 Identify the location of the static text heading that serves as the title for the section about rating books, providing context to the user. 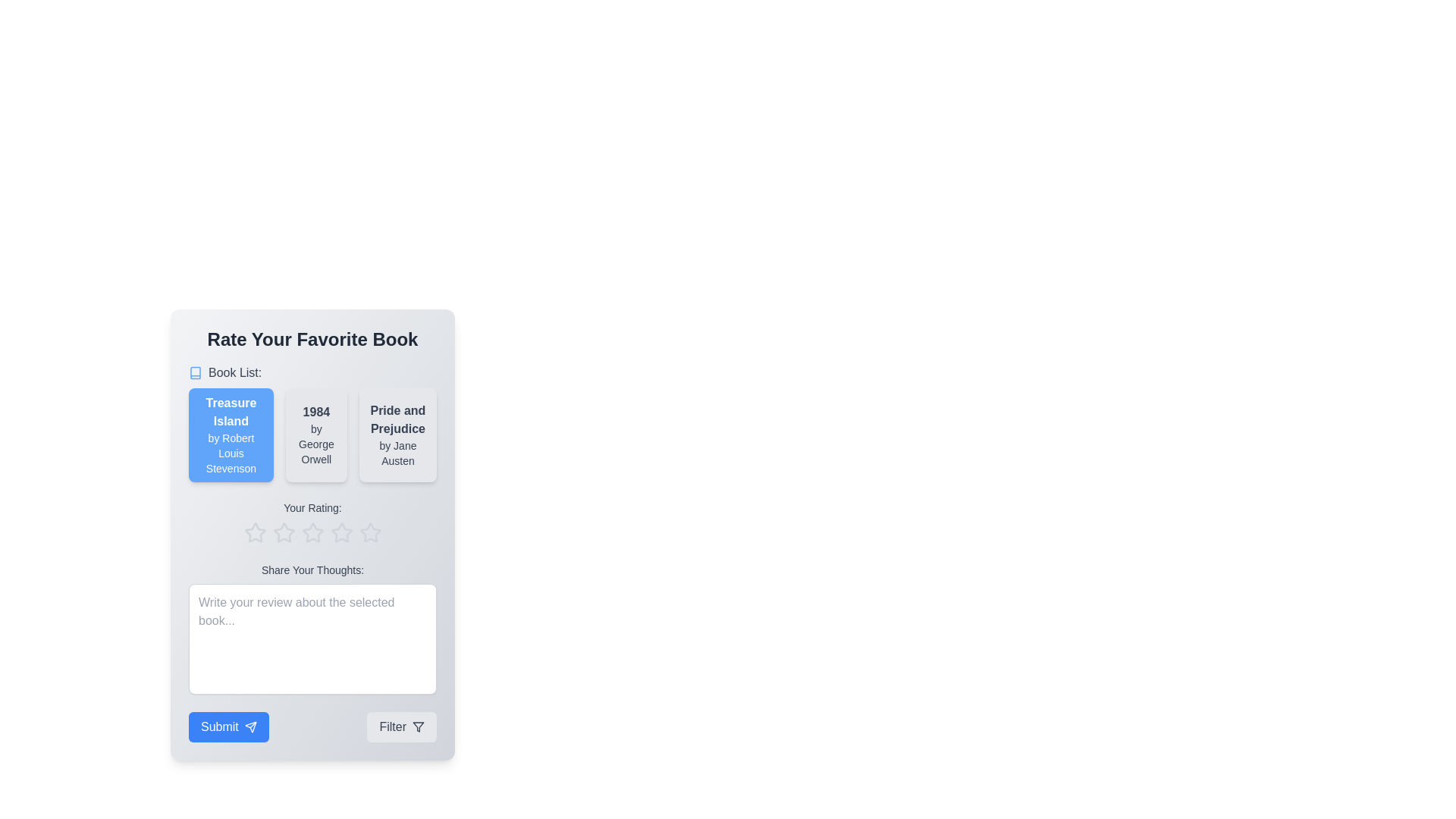
(312, 338).